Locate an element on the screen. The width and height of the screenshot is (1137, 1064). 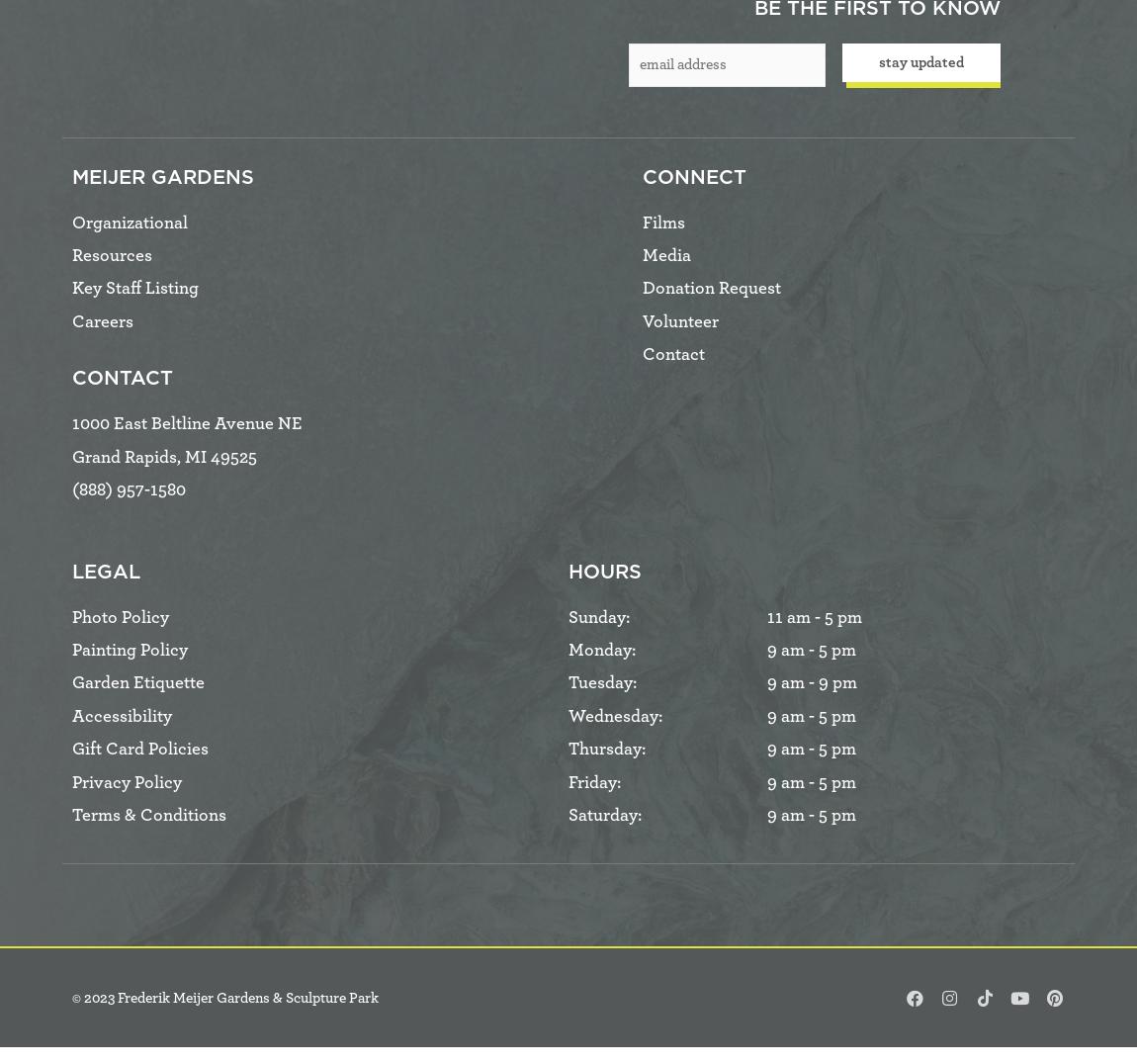
'Meijer Gardens' is located at coordinates (162, 177).